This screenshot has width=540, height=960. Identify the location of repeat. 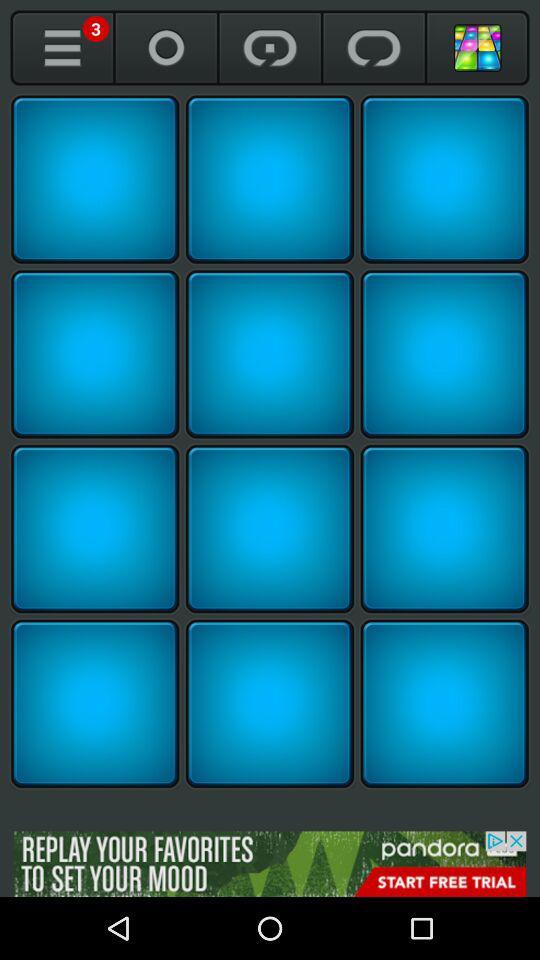
(374, 47).